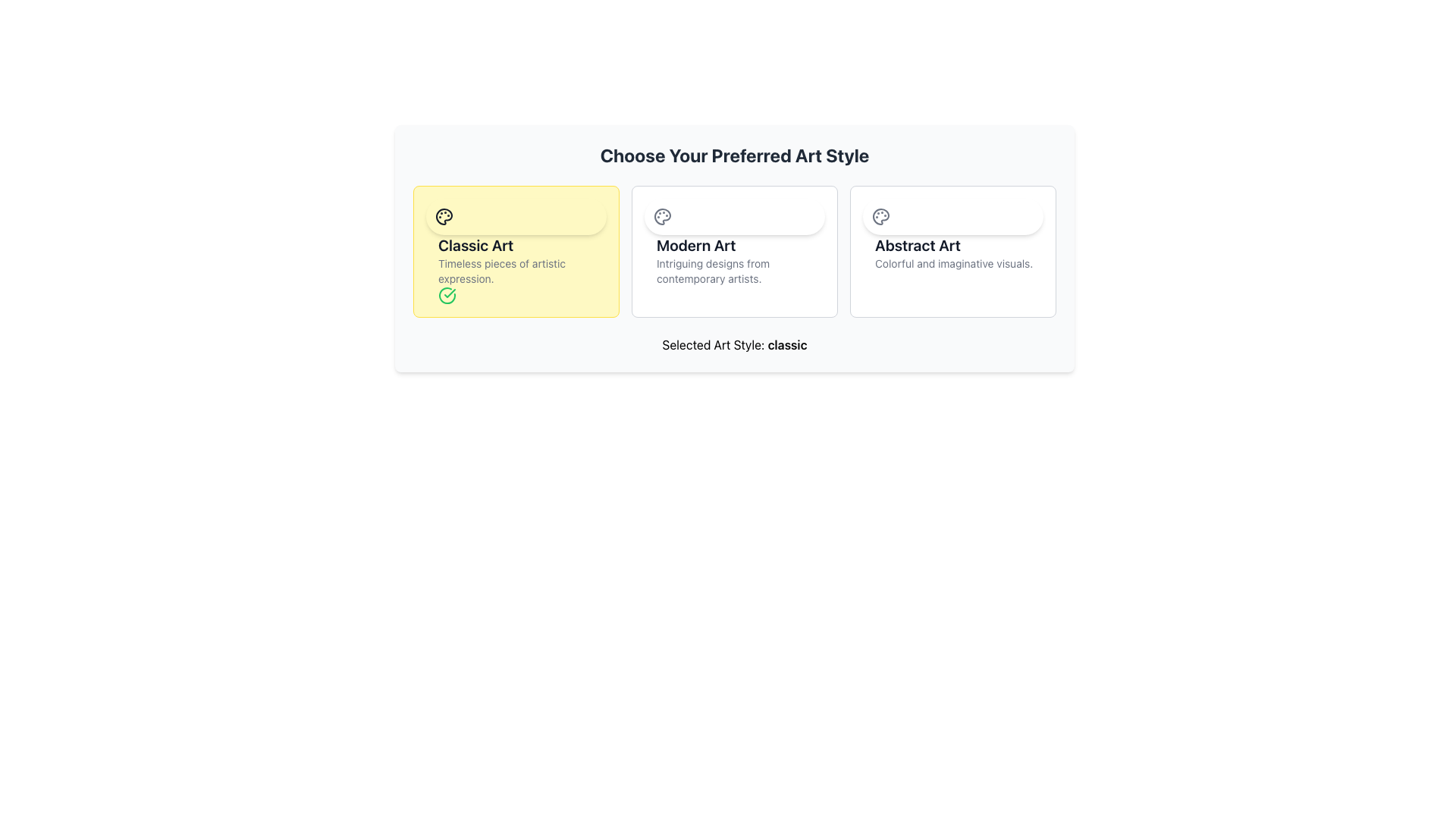 The height and width of the screenshot is (819, 1456). Describe the element at coordinates (662, 216) in the screenshot. I see `the 'Modern Art' selection button icon, which is centrally aligned in the middle option of a row of three art style choices` at that location.